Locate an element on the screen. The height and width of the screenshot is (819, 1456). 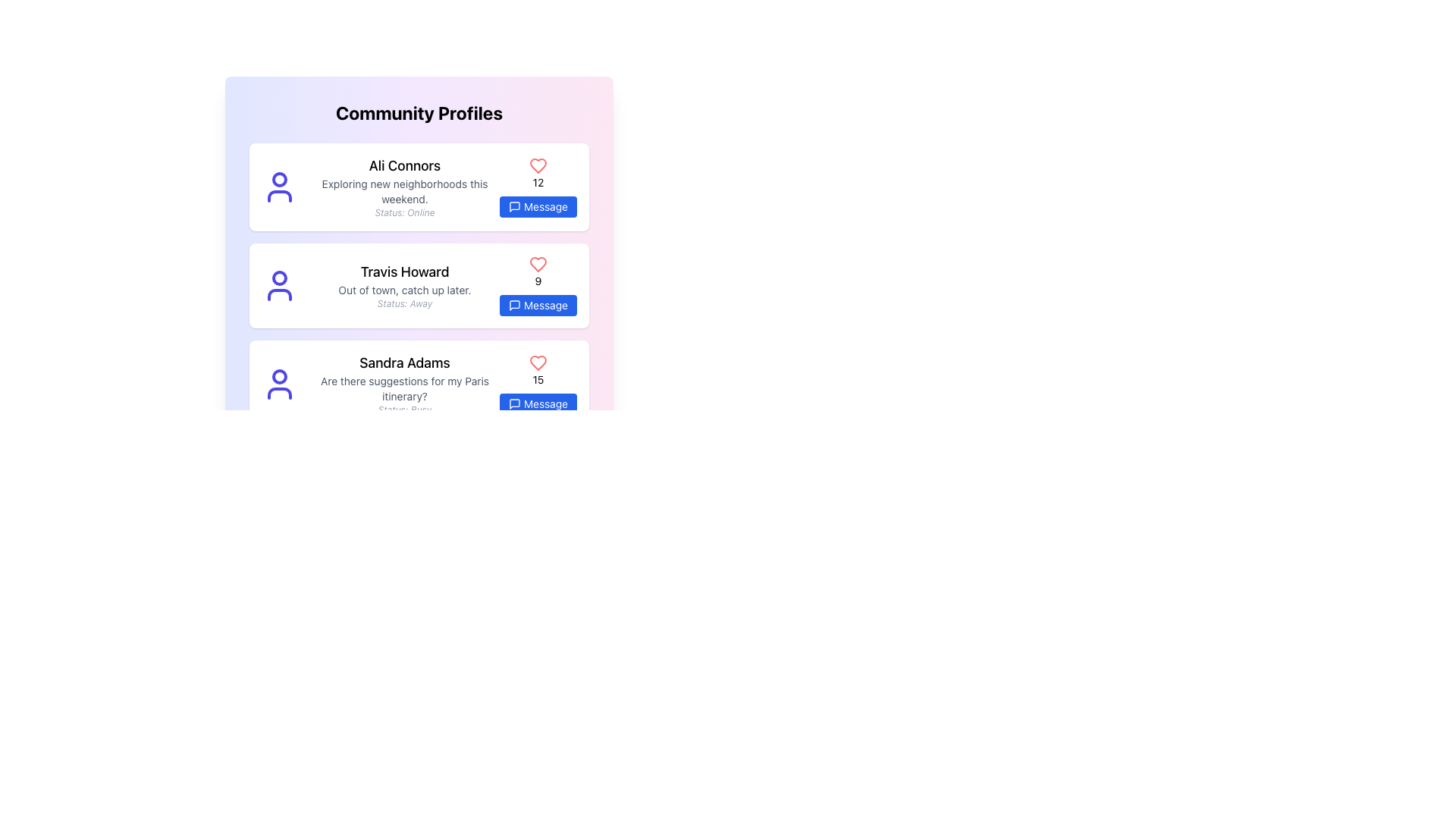
upper part of the avatar icon representing the user's head in the profile list for design or code purposes is located at coordinates (280, 376).